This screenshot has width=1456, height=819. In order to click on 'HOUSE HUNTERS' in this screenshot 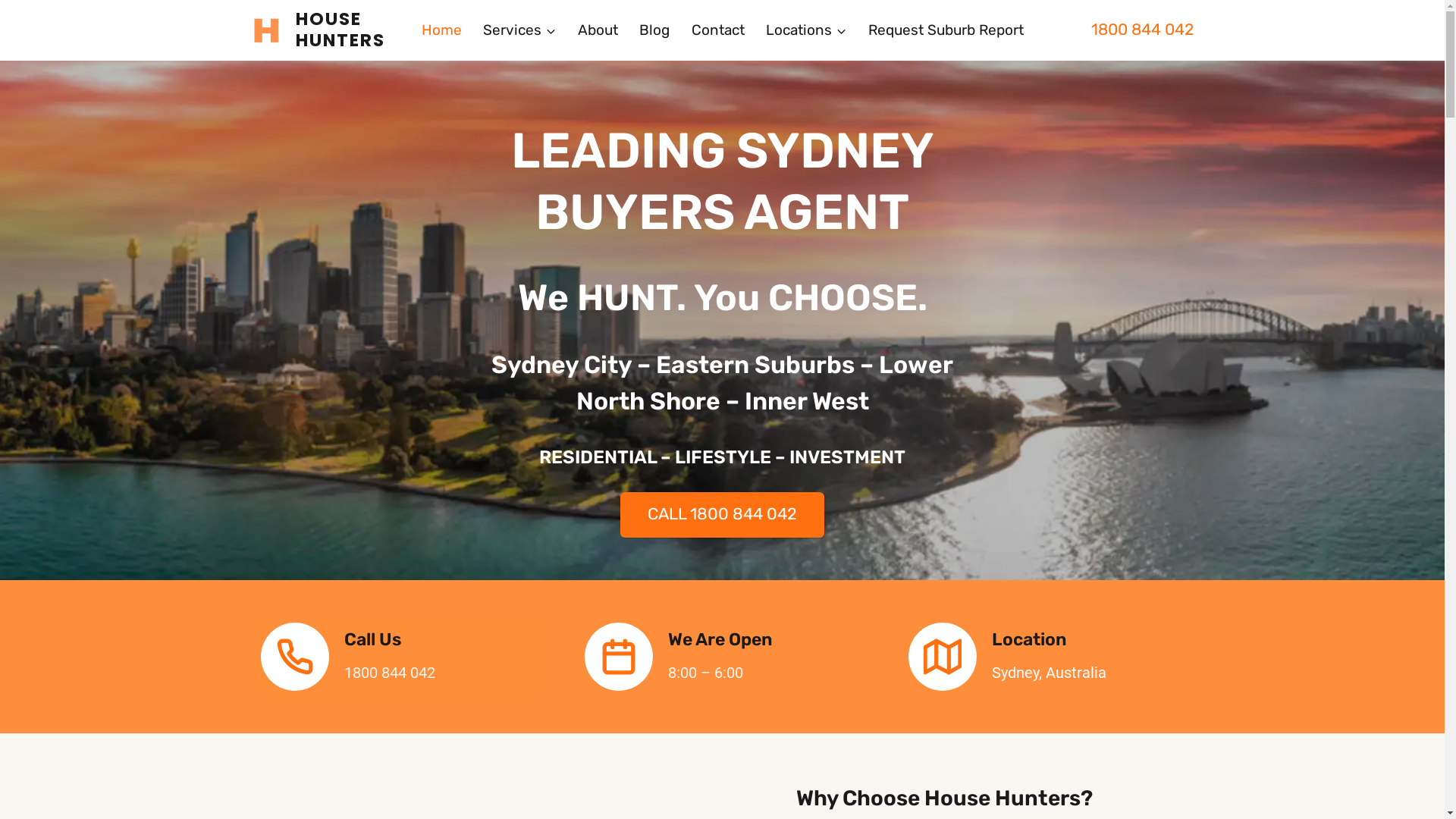, I will do `click(327, 30)`.